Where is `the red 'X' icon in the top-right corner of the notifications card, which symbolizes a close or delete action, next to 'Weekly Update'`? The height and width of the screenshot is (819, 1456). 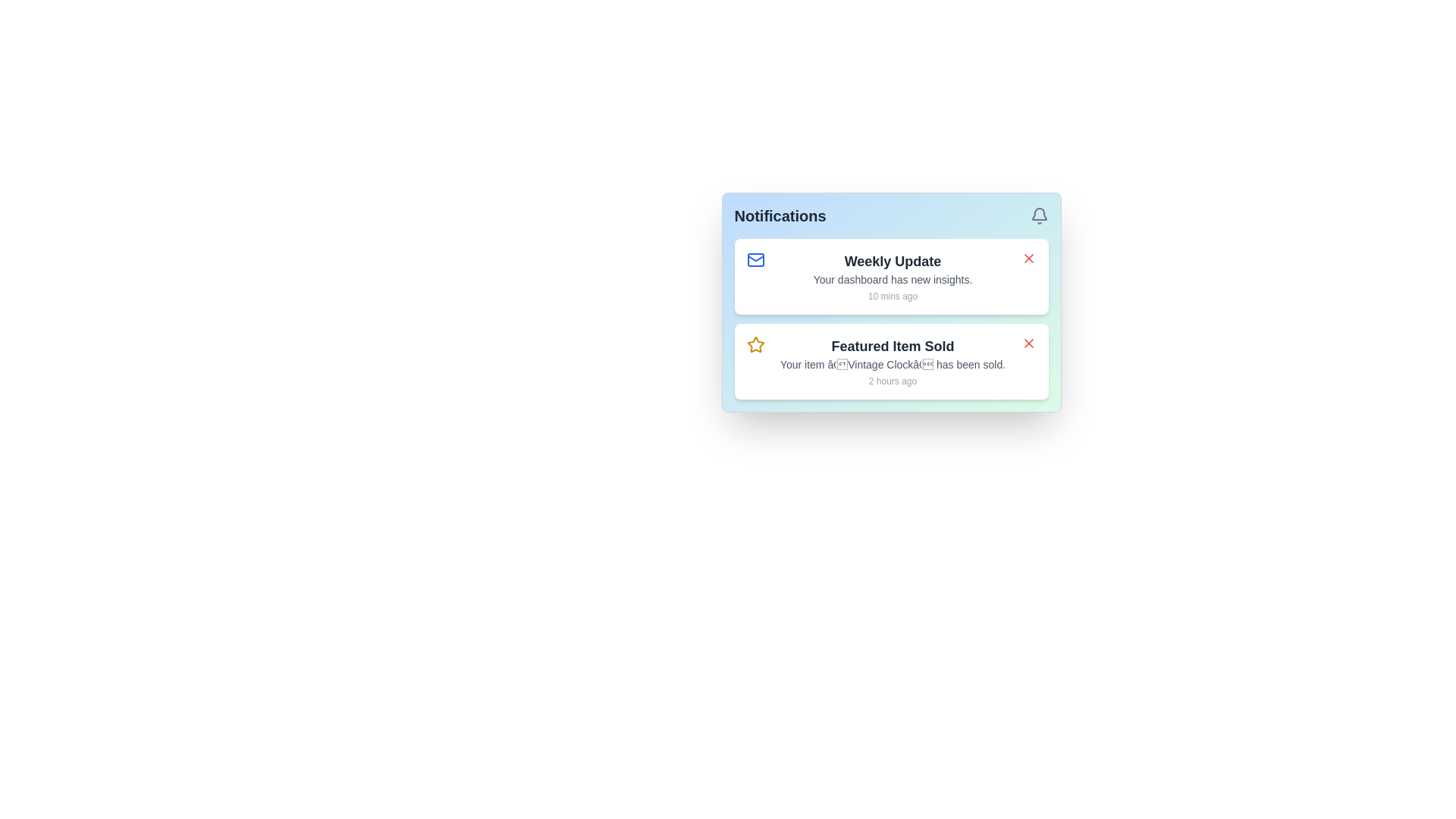
the red 'X' icon in the top-right corner of the notifications card, which symbolizes a close or delete action, next to 'Weekly Update' is located at coordinates (1028, 257).